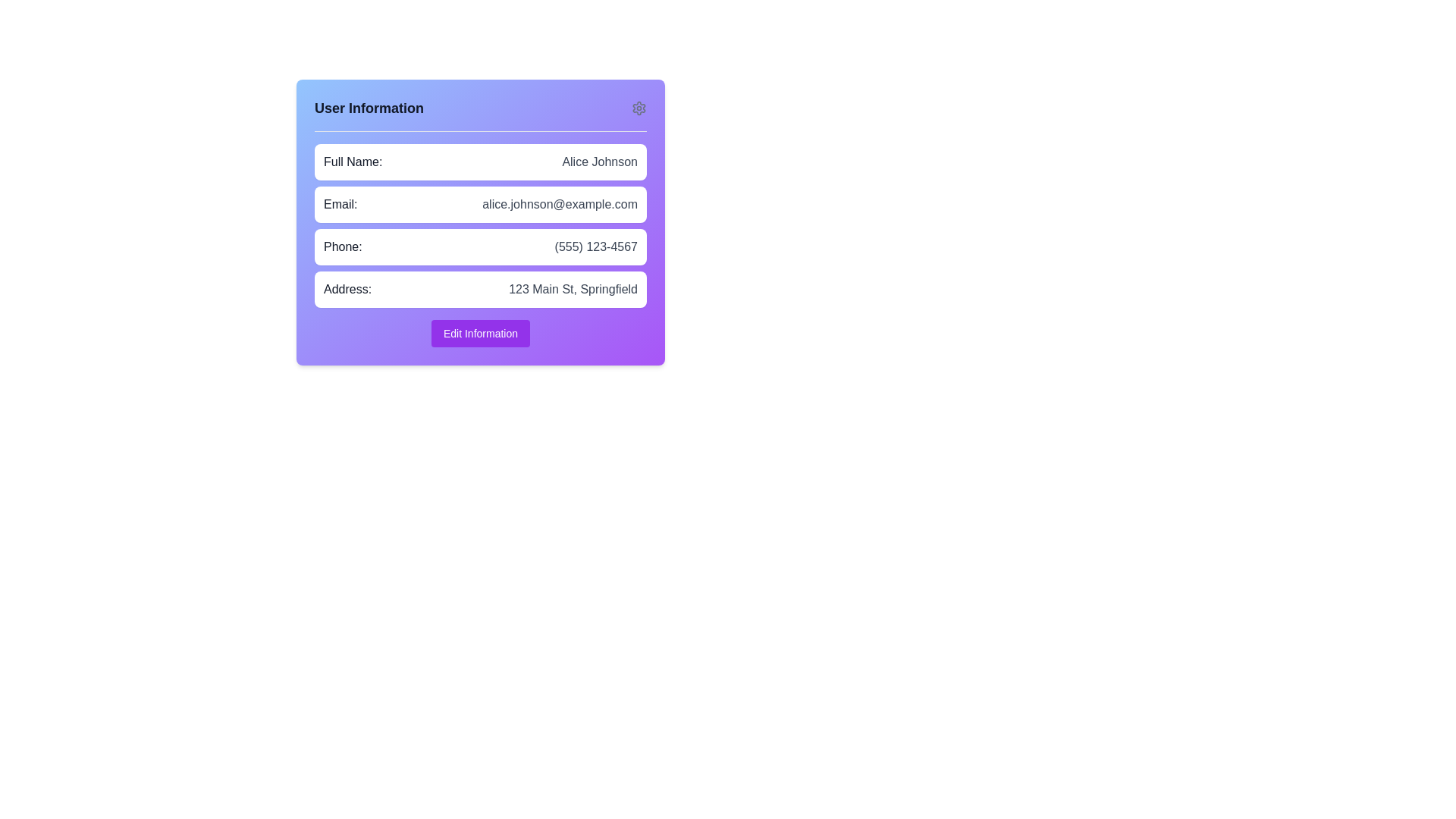 The width and height of the screenshot is (1456, 819). I want to click on the prominent purple gradient button labeled 'Edit Information' located at the bottom of the user information card, so click(479, 332).